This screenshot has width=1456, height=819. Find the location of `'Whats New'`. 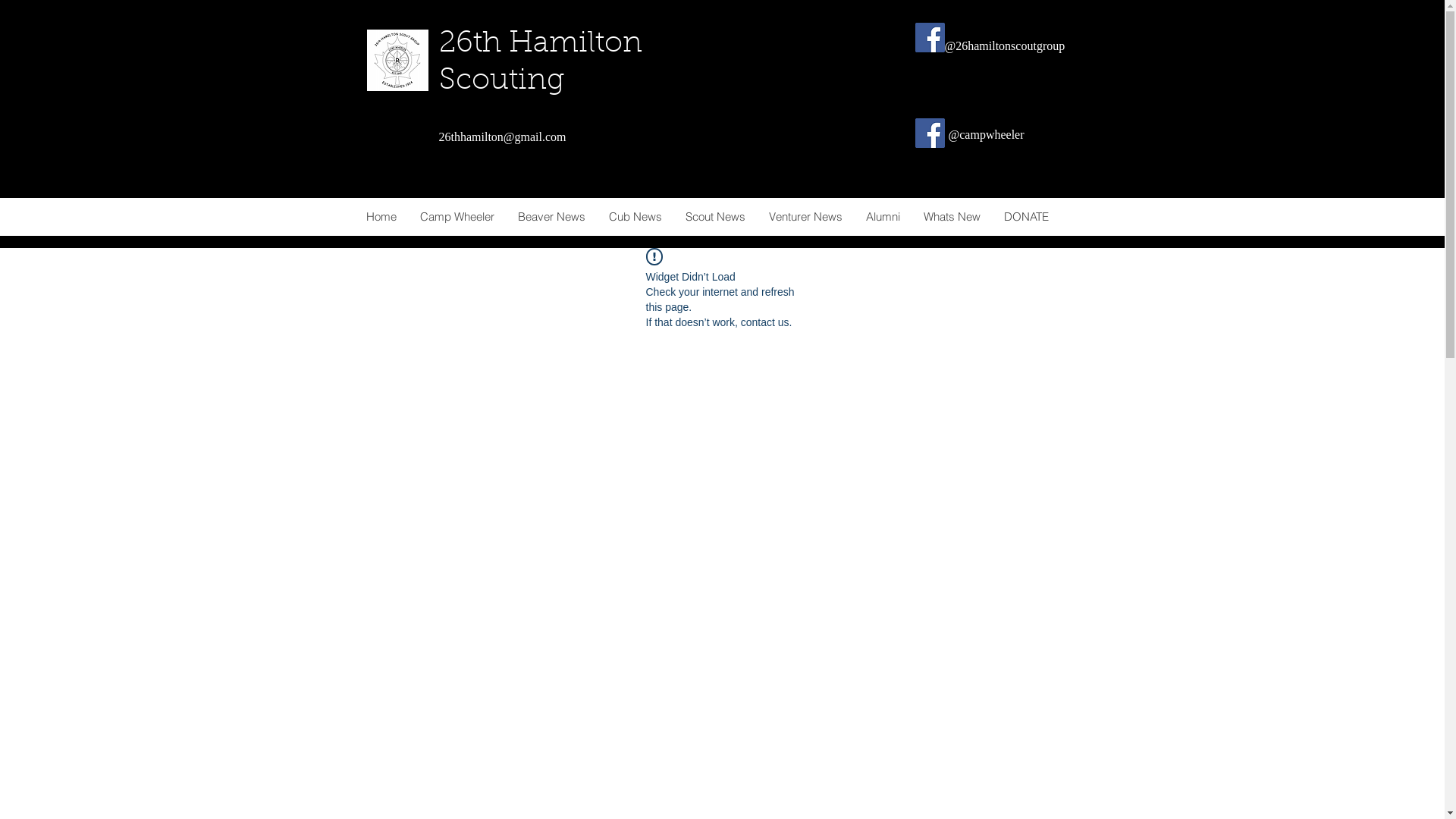

'Whats New' is located at coordinates (910, 216).